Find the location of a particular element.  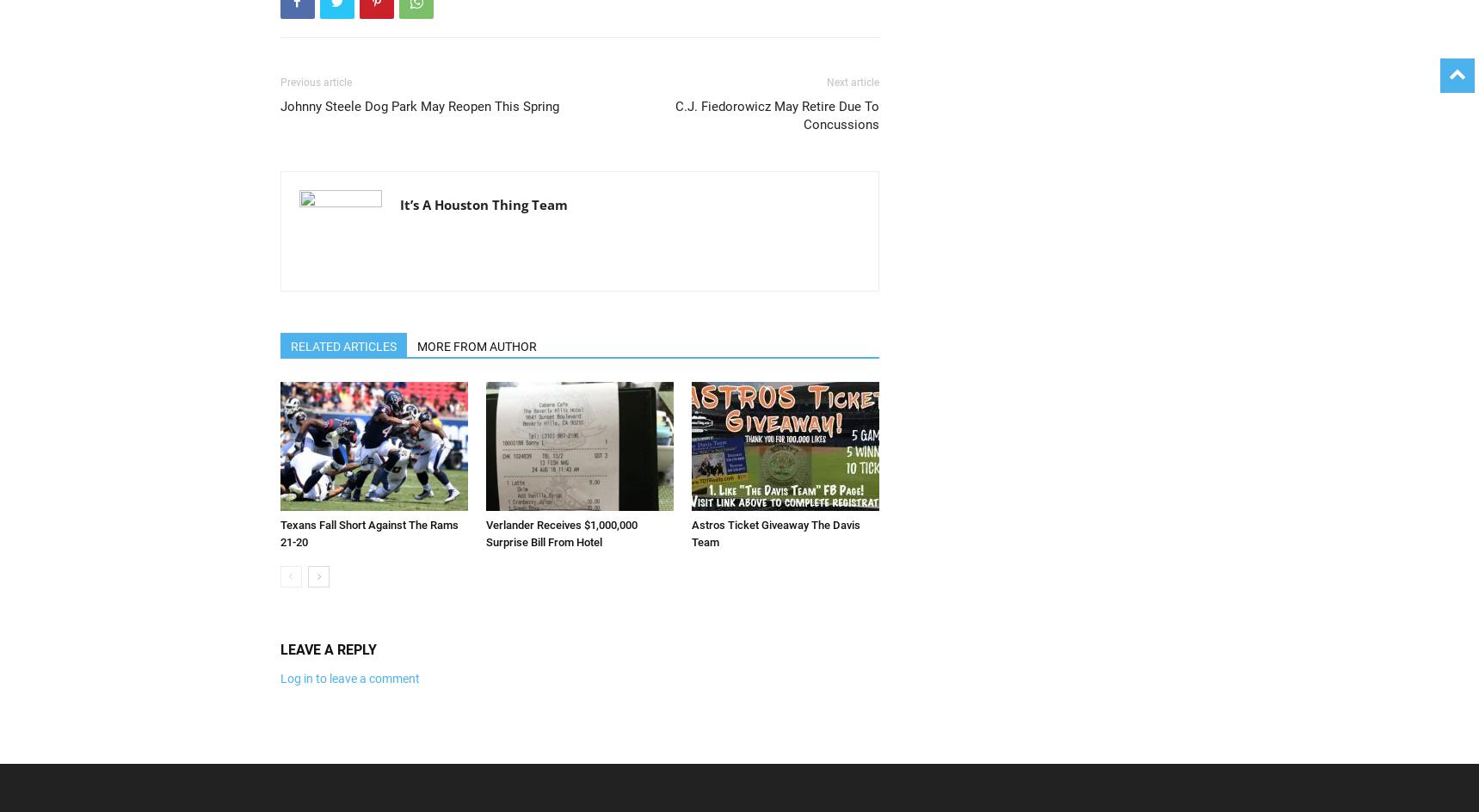

'C.J. Fiedorowicz May Retire Due To Concussions' is located at coordinates (674, 115).